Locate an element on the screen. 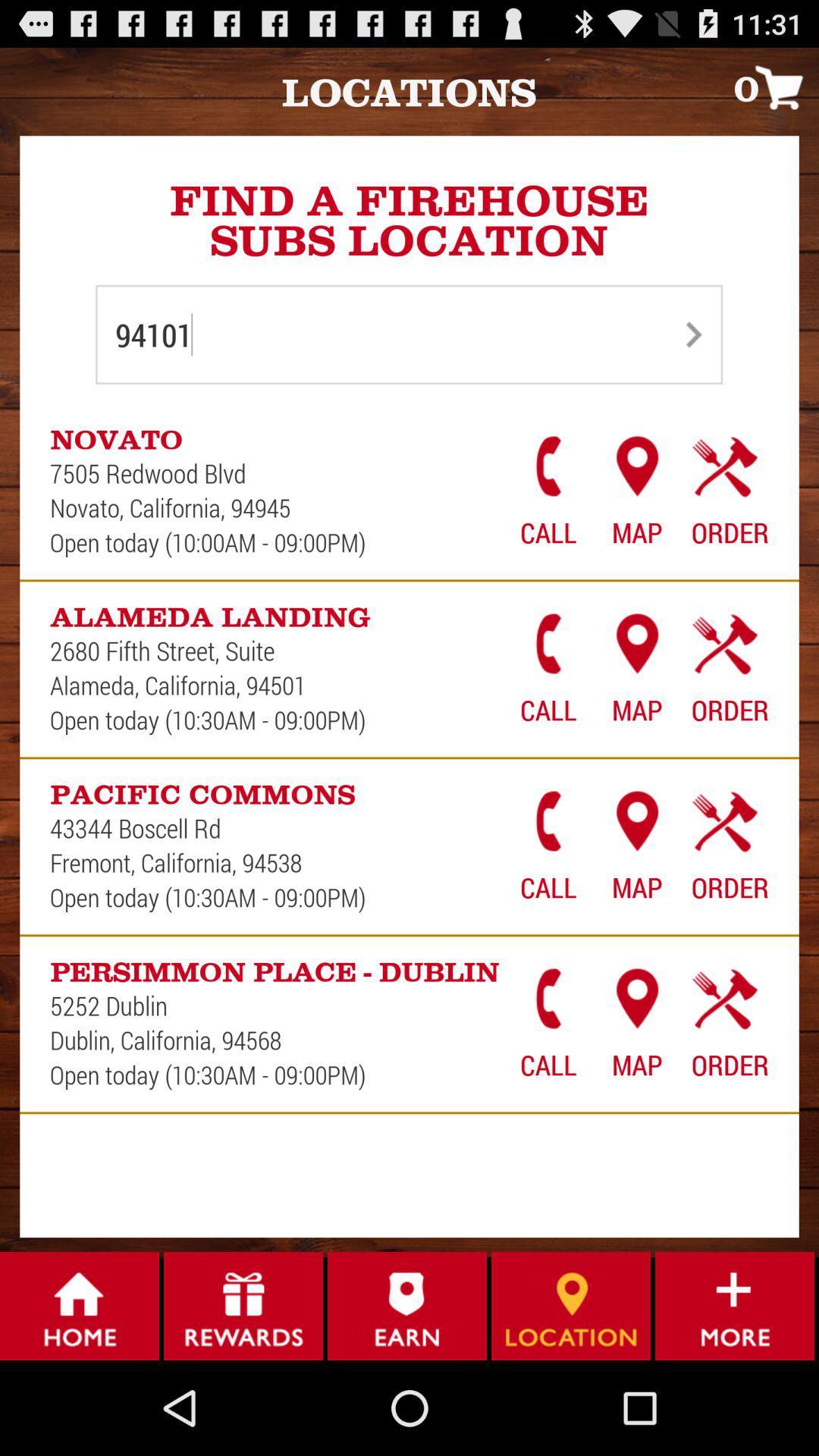  the arrow_forward icon is located at coordinates (693, 357).